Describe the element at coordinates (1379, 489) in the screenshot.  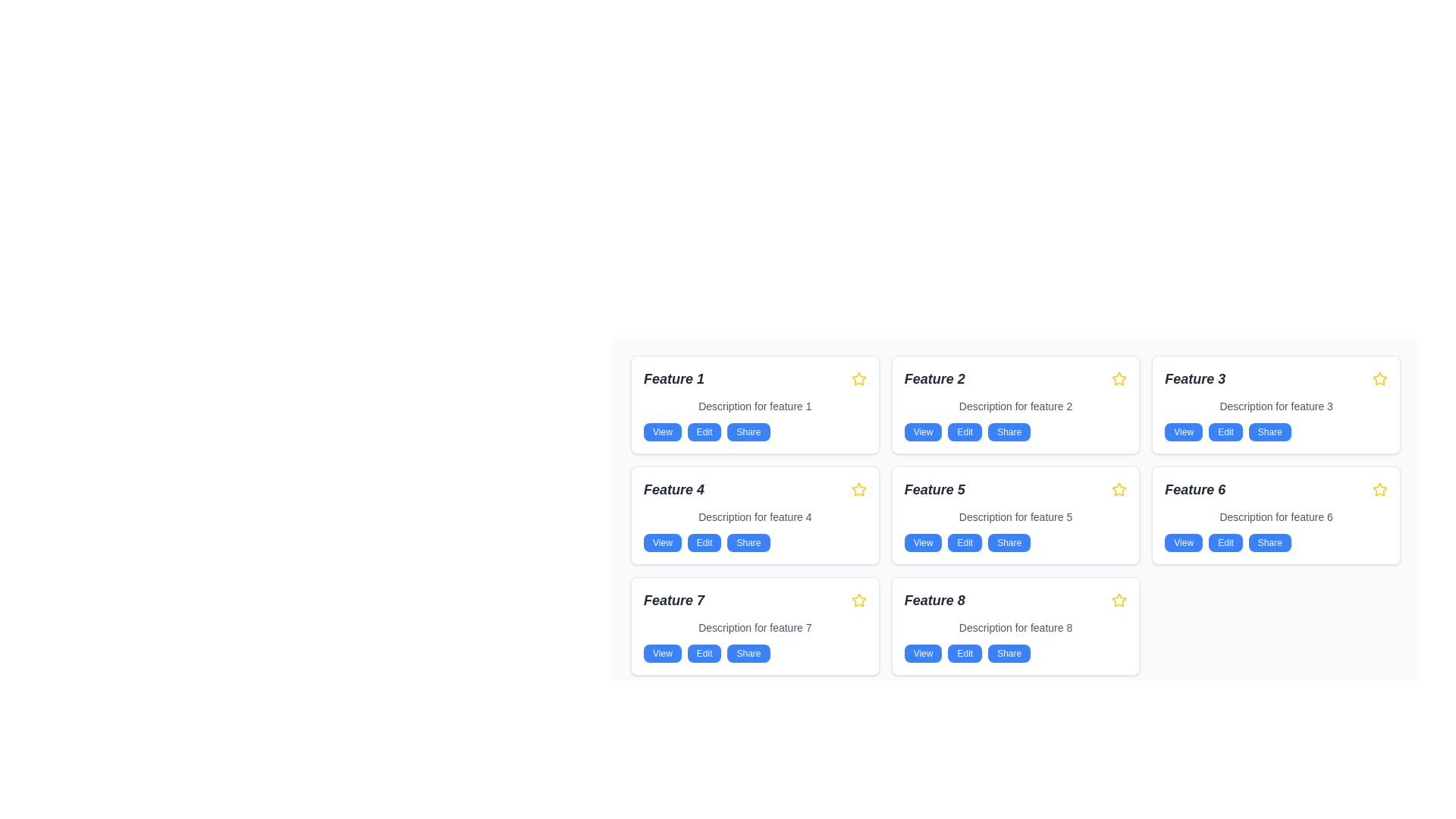
I see `the star icon button located at the far-right side of the row labeled 'Feature 6'` at that location.